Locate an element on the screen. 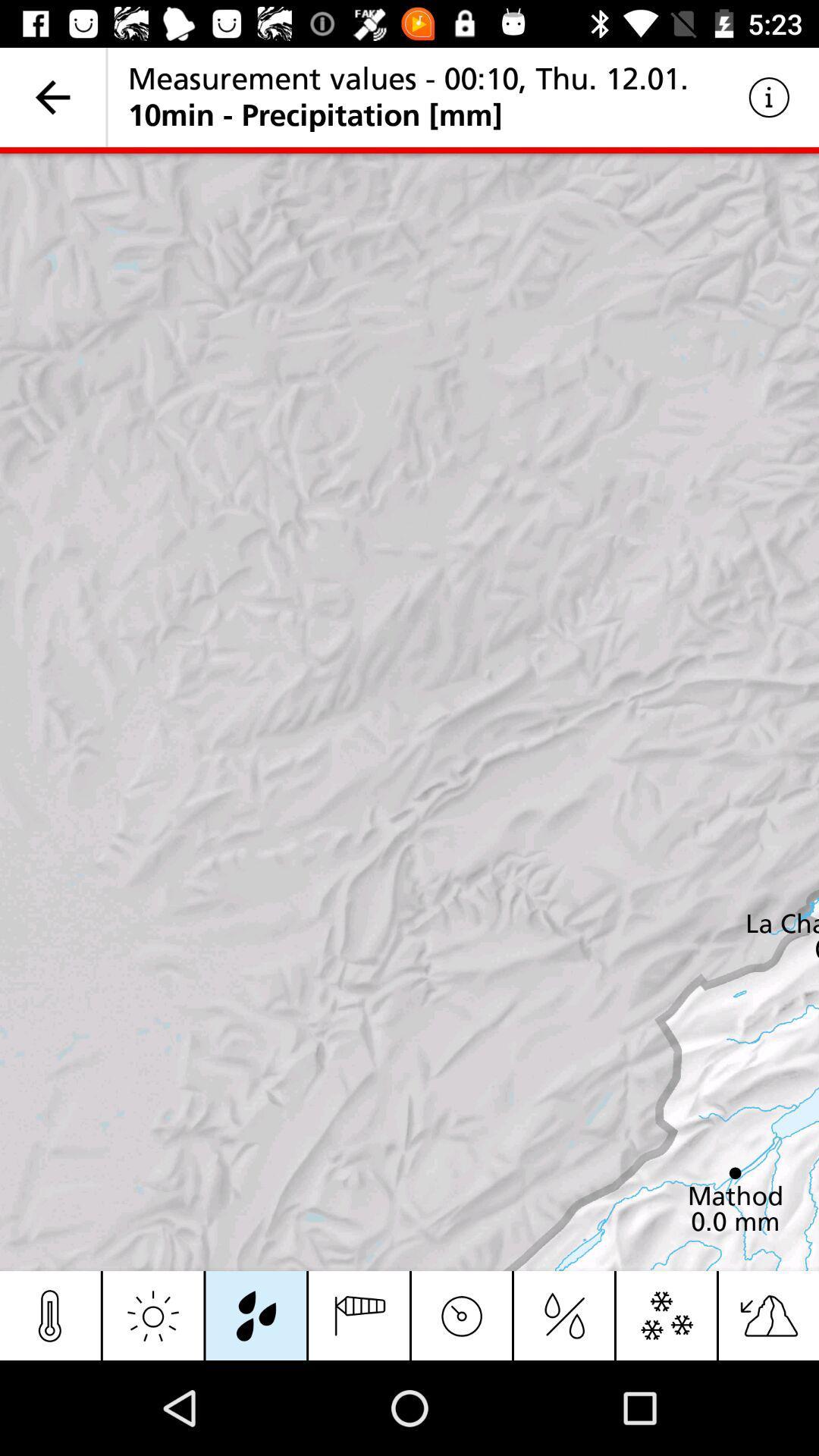 The image size is (819, 1456). icon to the right of measurement values 00 item is located at coordinates (769, 96).